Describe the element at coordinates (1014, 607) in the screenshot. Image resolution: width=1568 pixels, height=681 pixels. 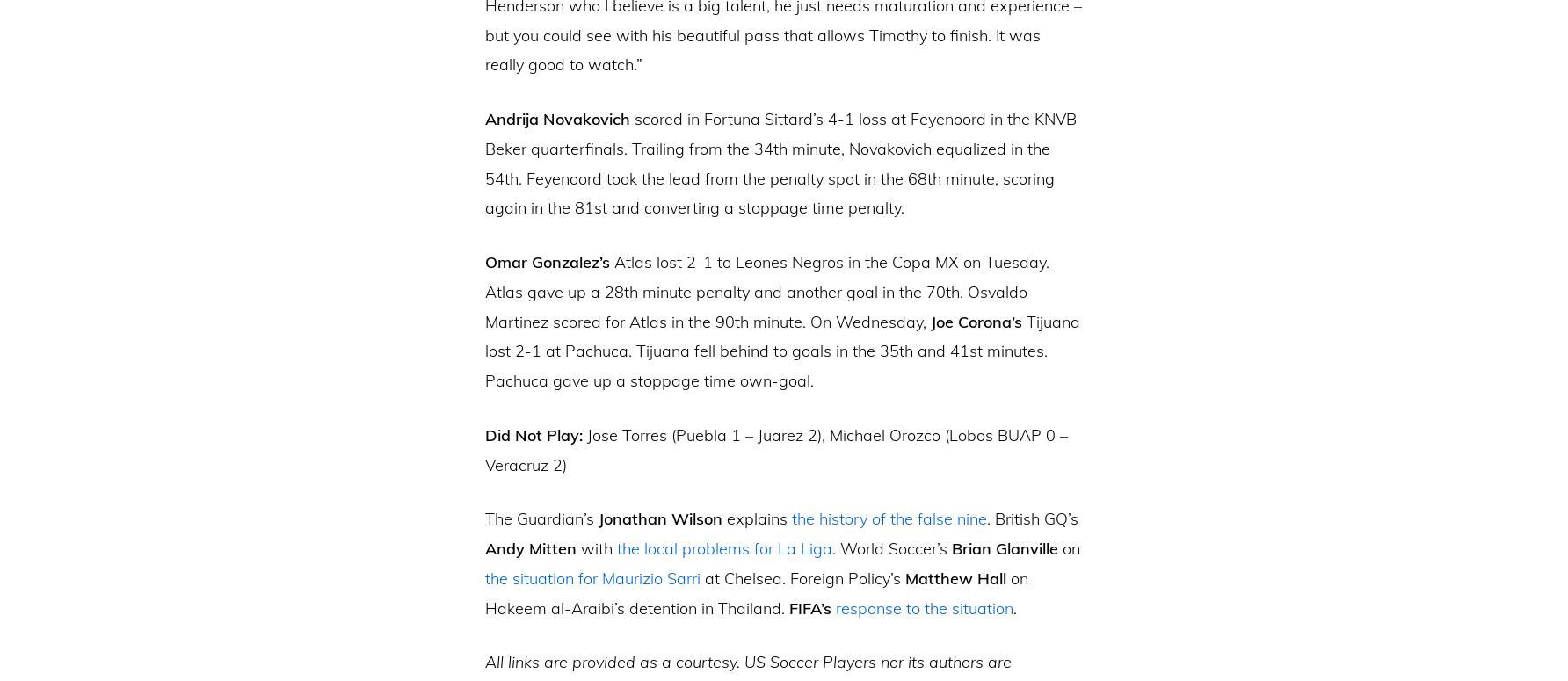
I see `'.'` at that location.